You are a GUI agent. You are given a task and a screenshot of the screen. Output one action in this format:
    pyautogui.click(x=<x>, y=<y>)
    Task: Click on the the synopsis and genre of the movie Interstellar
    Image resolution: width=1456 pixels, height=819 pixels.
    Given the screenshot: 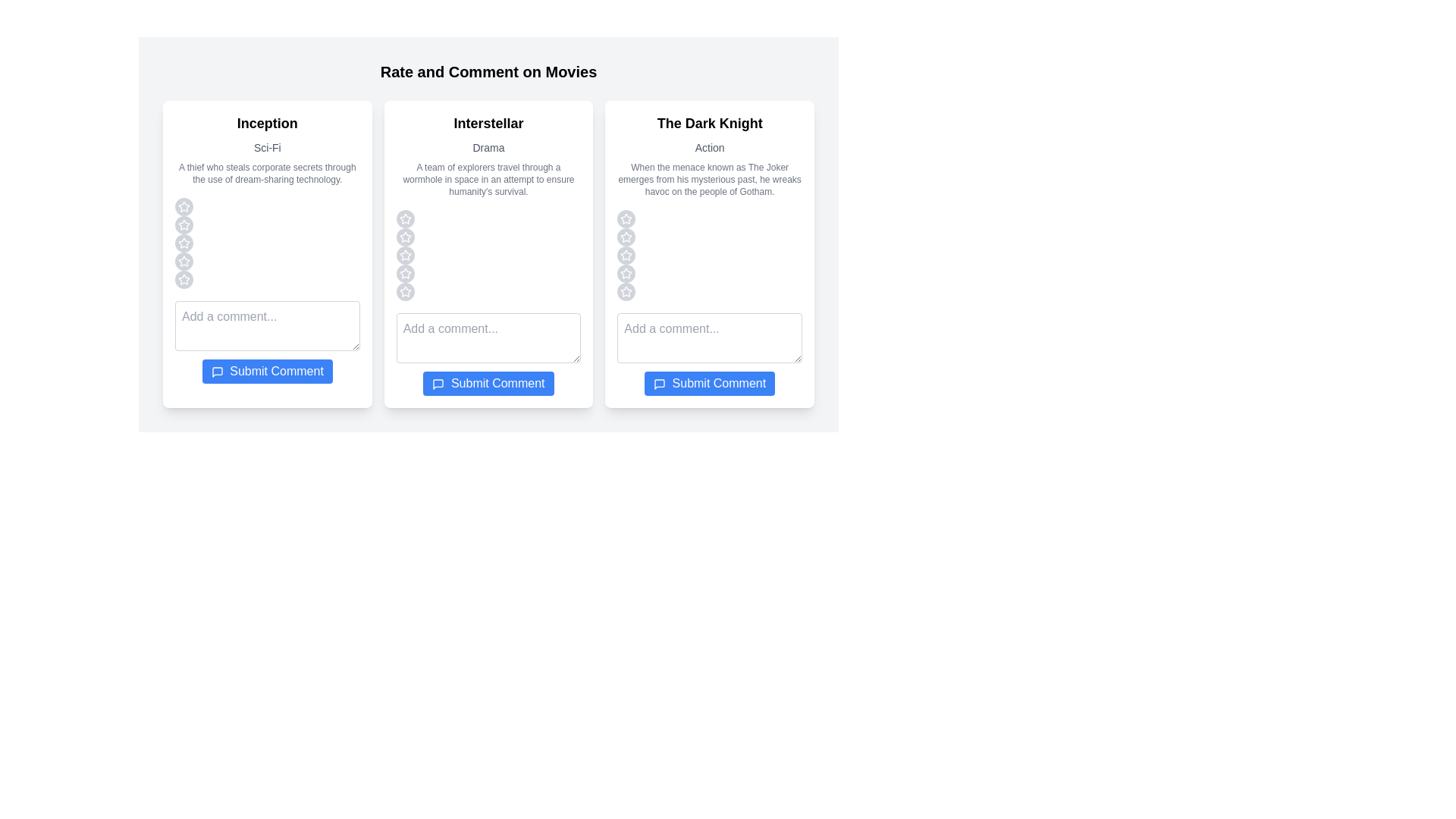 What is the action you would take?
    pyautogui.click(x=488, y=178)
    